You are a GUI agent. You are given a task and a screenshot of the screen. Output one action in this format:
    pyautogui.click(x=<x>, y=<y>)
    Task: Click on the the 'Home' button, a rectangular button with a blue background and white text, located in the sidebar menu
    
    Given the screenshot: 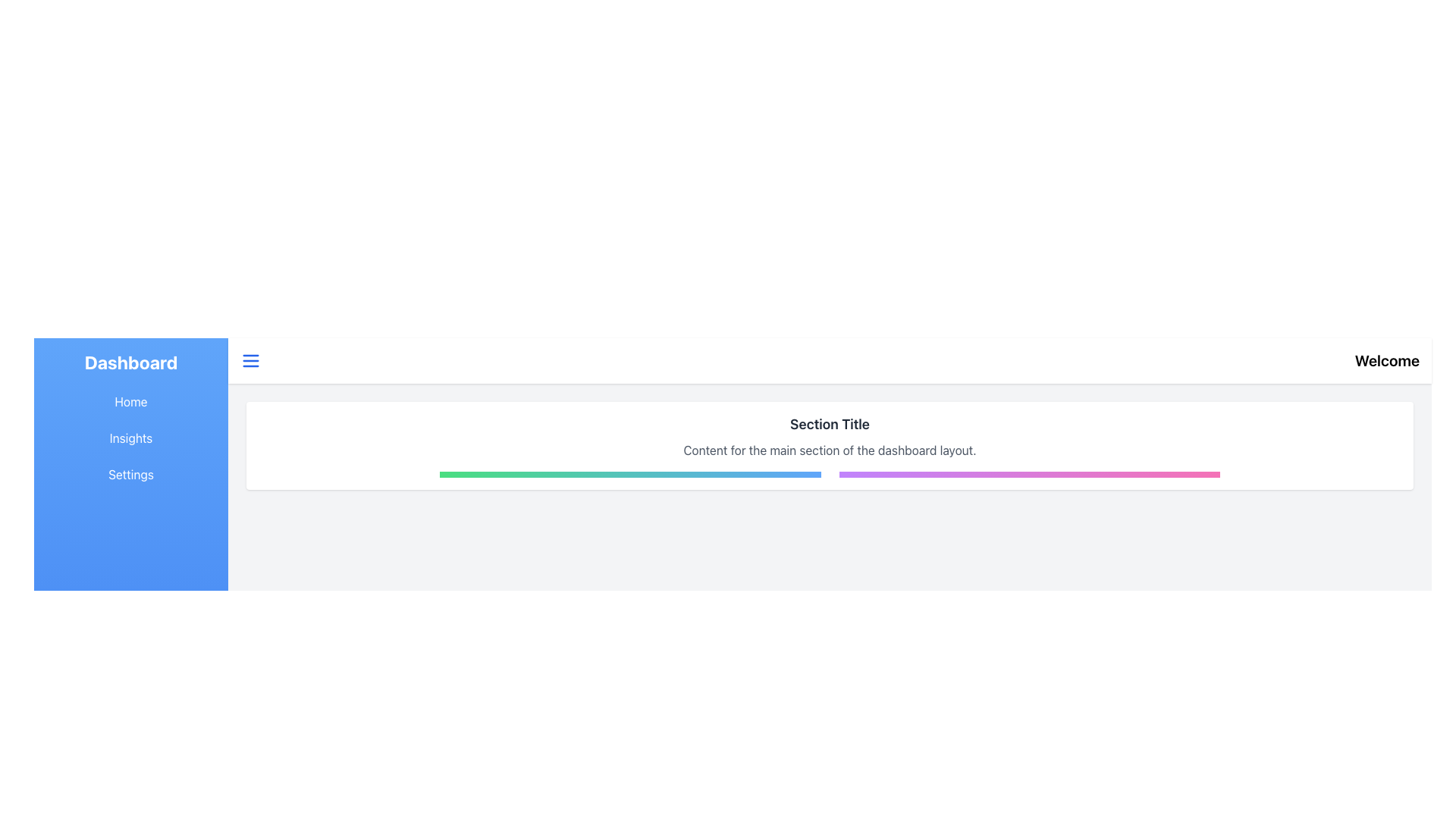 What is the action you would take?
    pyautogui.click(x=130, y=400)
    